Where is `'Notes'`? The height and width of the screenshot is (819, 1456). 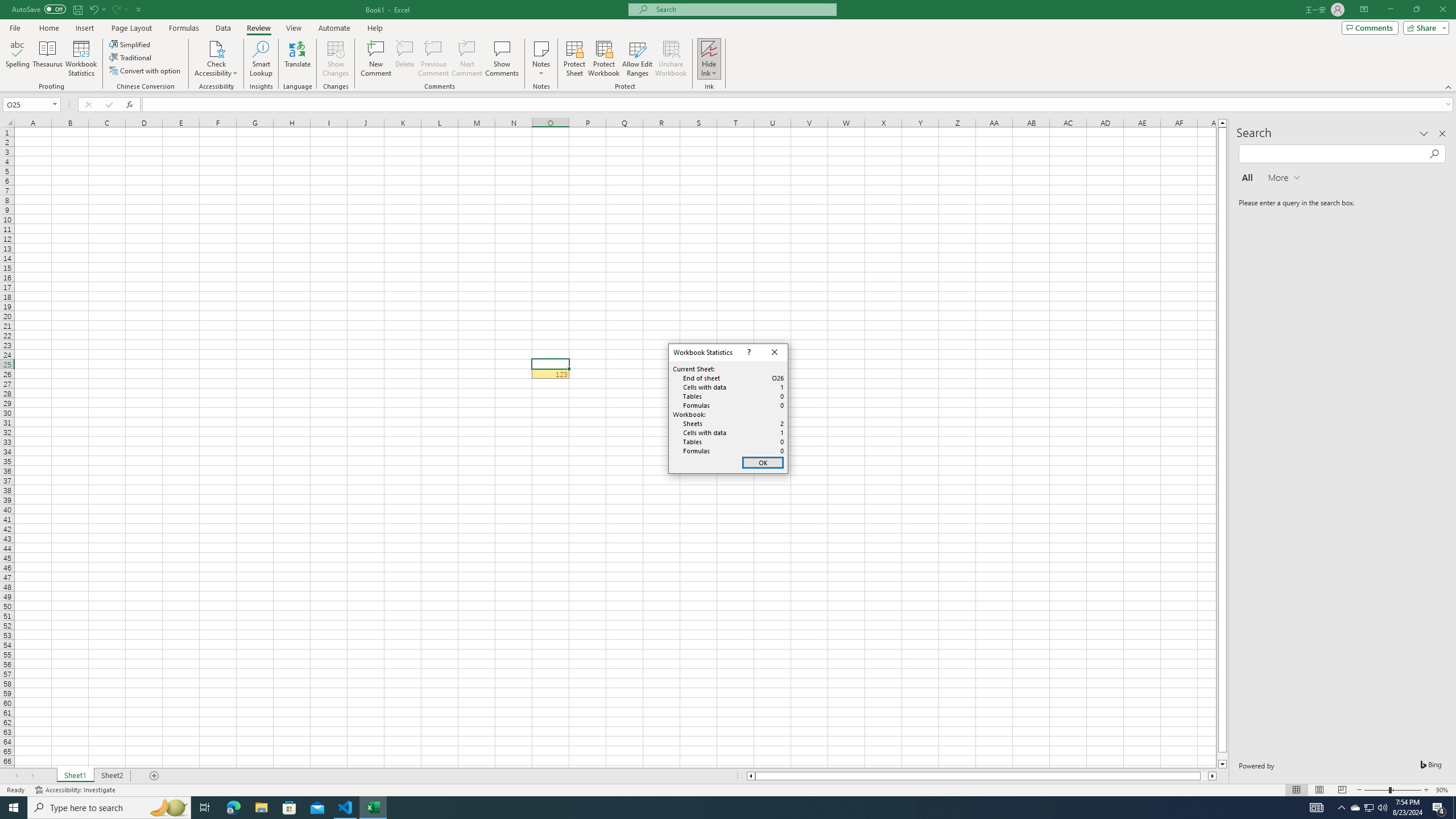
'Notes' is located at coordinates (541, 59).